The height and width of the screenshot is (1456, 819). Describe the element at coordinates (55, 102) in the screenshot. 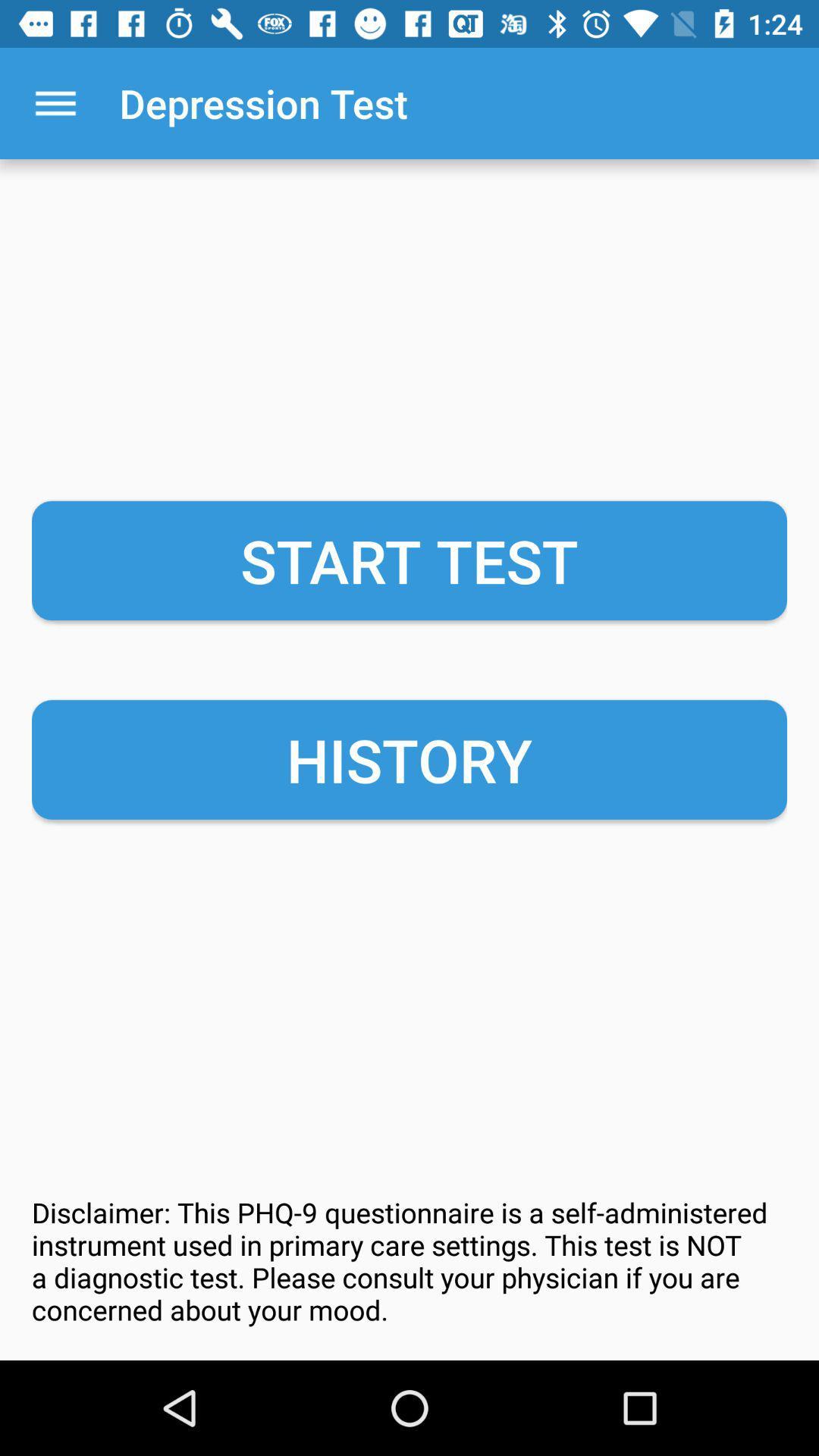

I see `the item next to depression test icon` at that location.